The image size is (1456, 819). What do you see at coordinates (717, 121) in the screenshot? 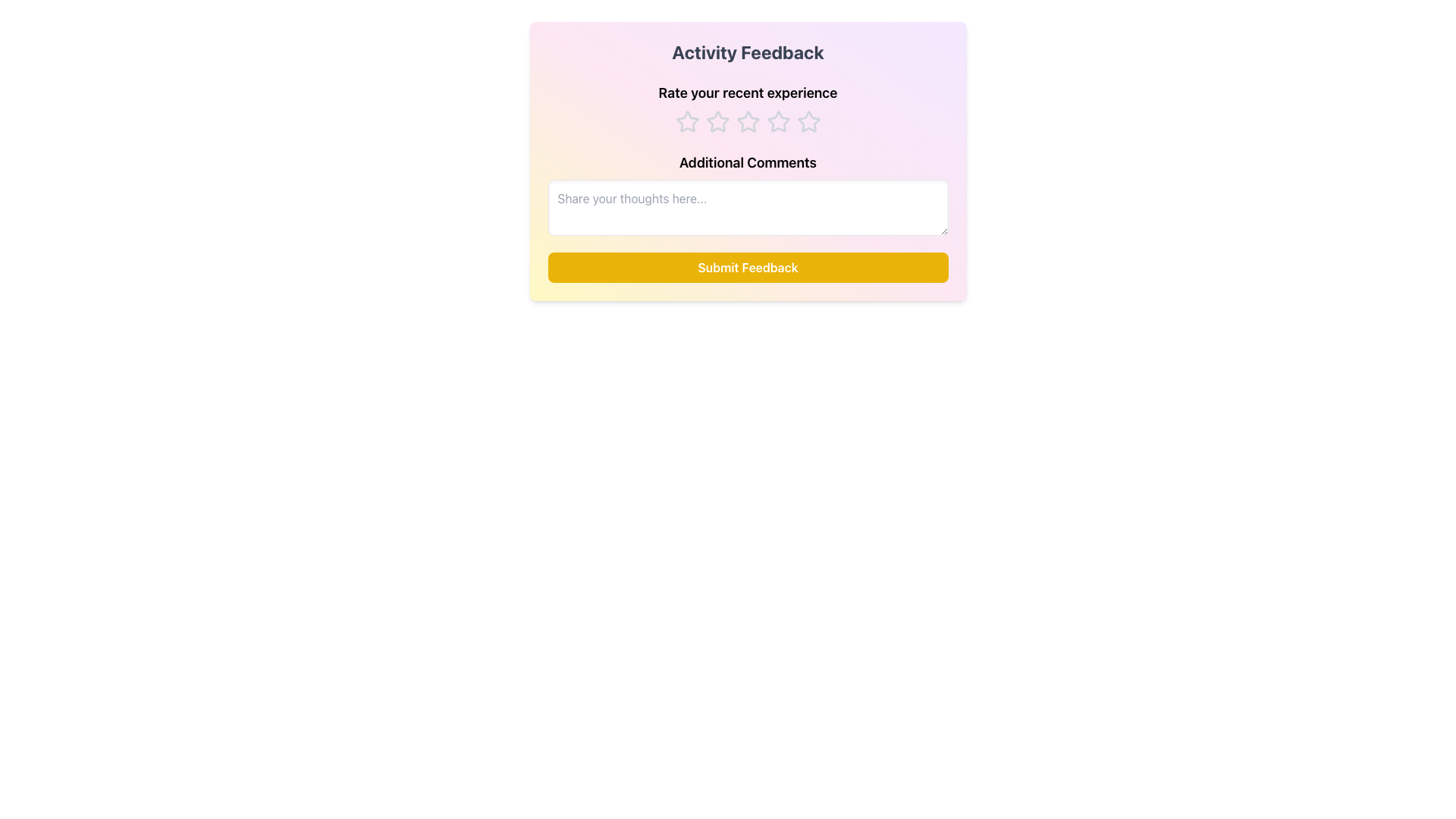
I see `the second rating star in the row of five stars located in the feedback modal` at bounding box center [717, 121].